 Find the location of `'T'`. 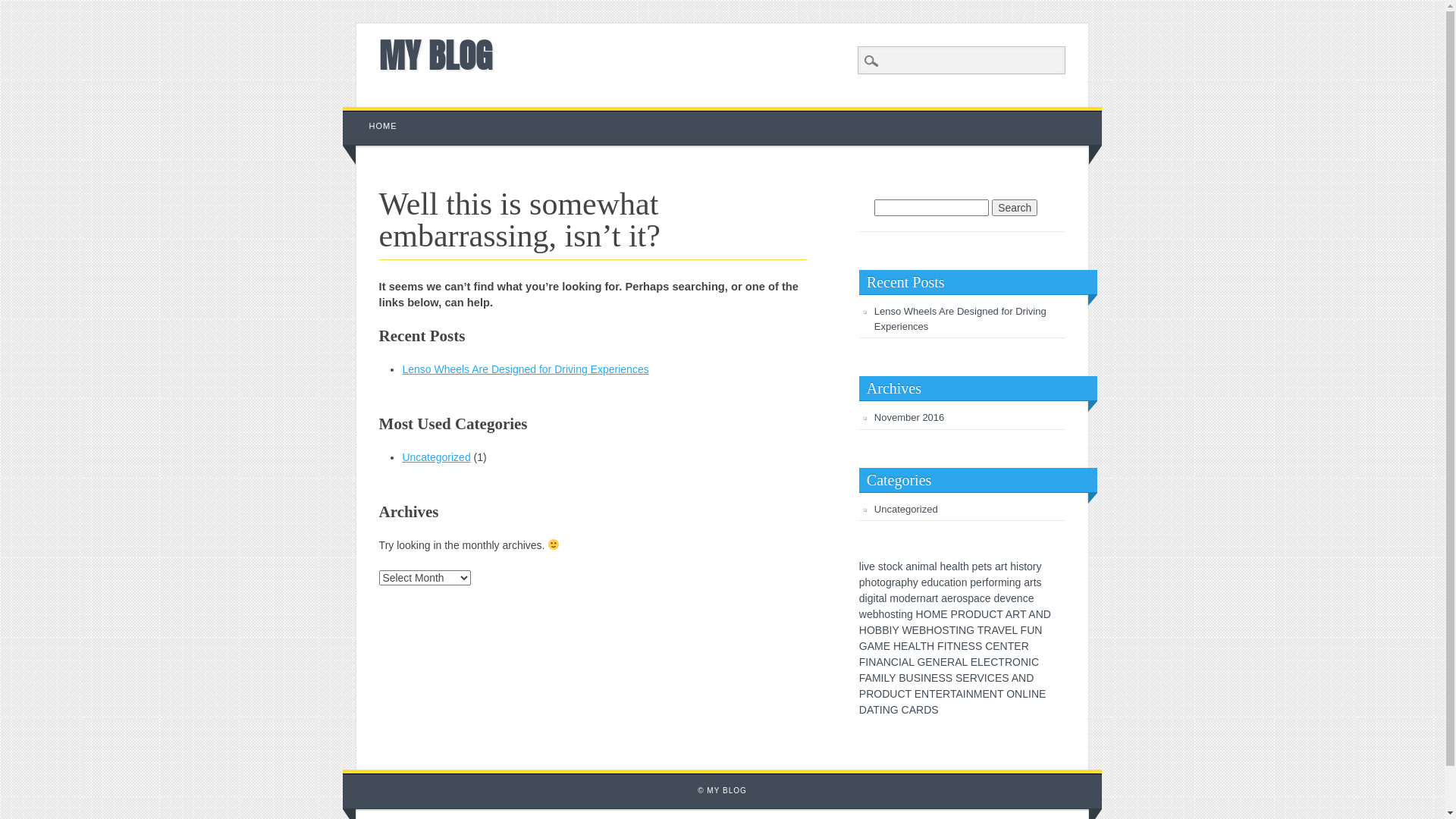

'T' is located at coordinates (923, 646).